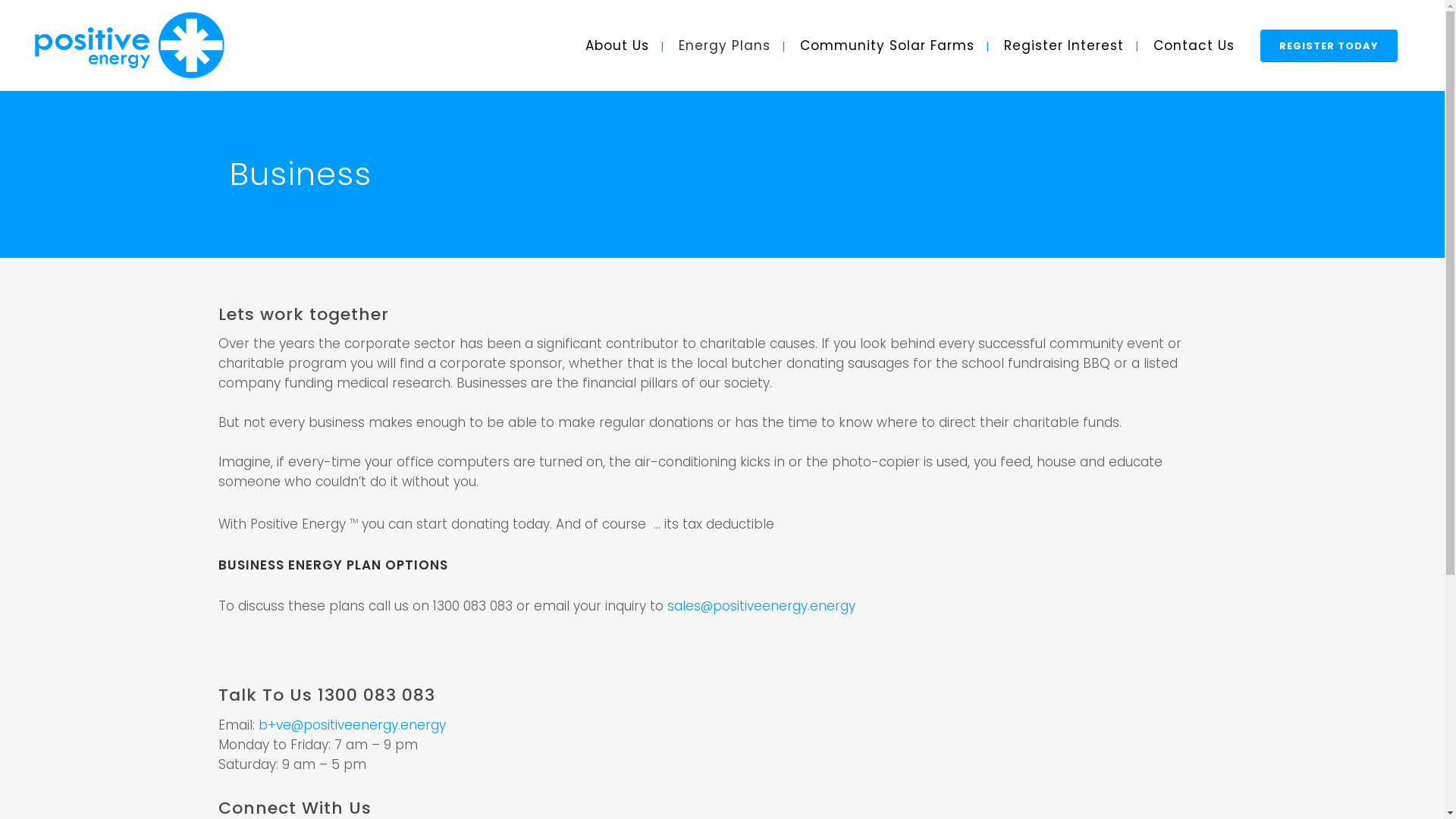 This screenshot has width=1456, height=819. What do you see at coordinates (1140, 45) in the screenshot?
I see `'Contact Us'` at bounding box center [1140, 45].